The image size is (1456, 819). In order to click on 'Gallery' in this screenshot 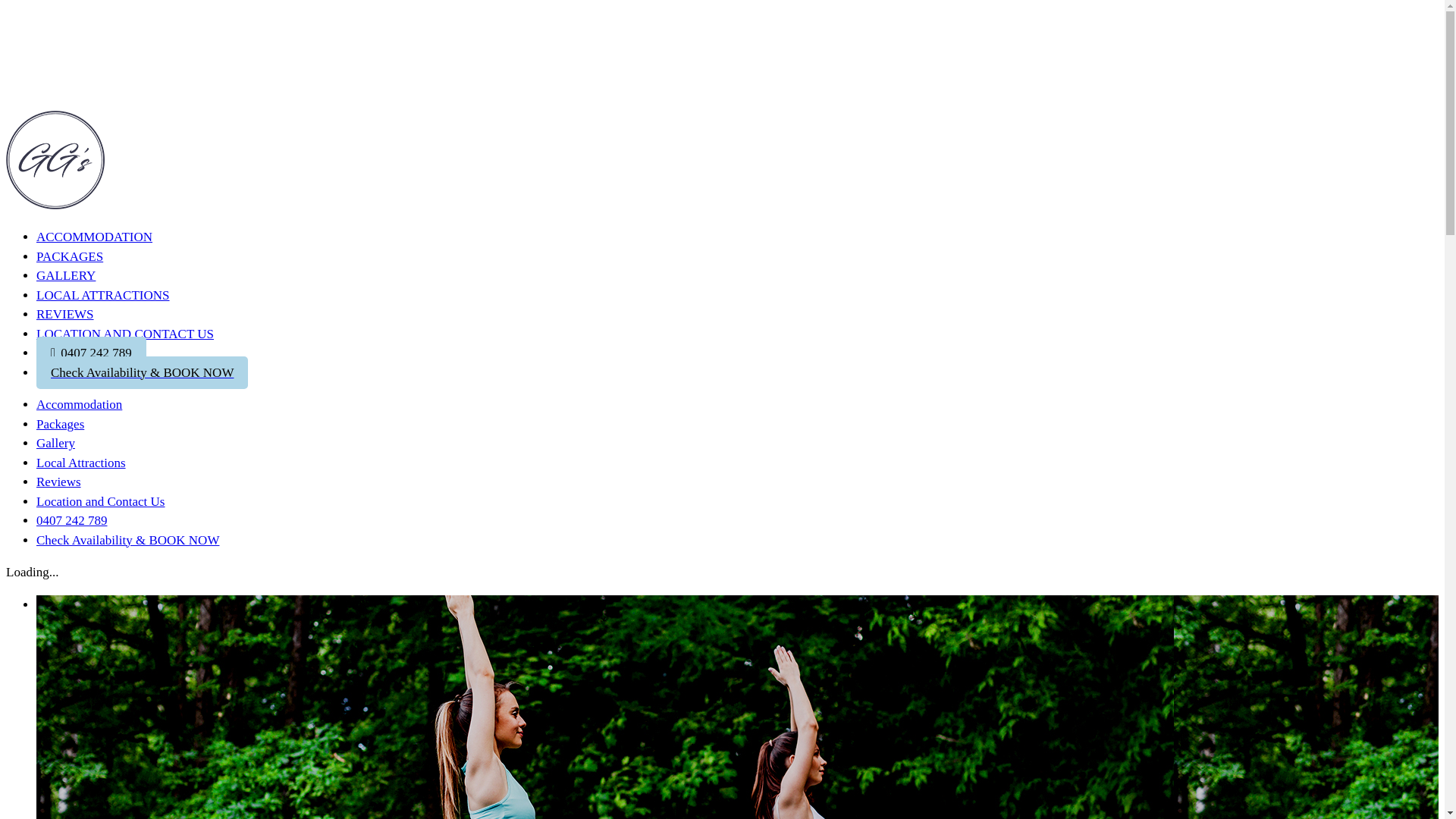, I will do `click(36, 443)`.